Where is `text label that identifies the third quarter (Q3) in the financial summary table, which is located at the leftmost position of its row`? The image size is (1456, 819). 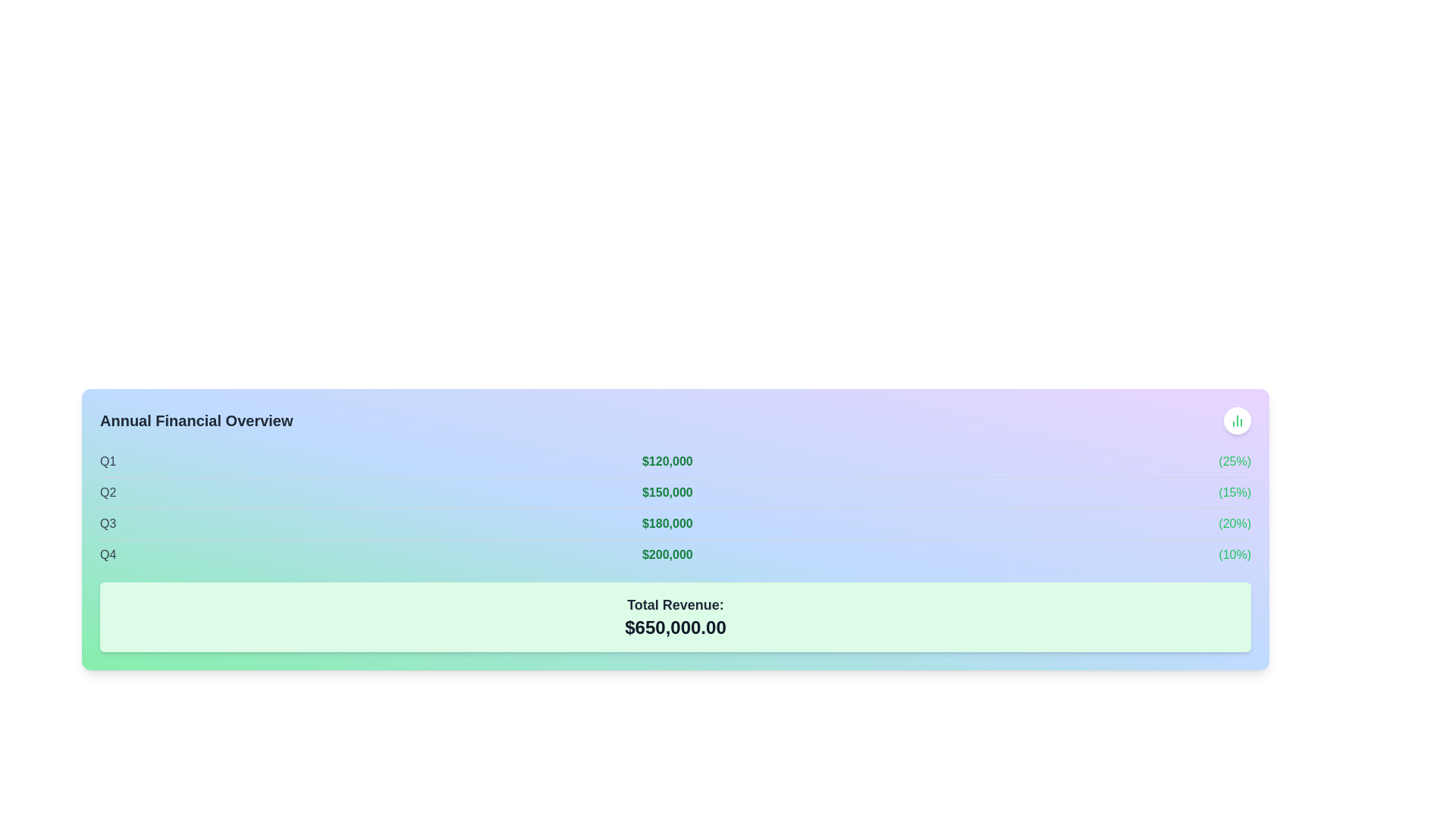 text label that identifies the third quarter (Q3) in the financial summary table, which is located at the leftmost position of its row is located at coordinates (107, 522).